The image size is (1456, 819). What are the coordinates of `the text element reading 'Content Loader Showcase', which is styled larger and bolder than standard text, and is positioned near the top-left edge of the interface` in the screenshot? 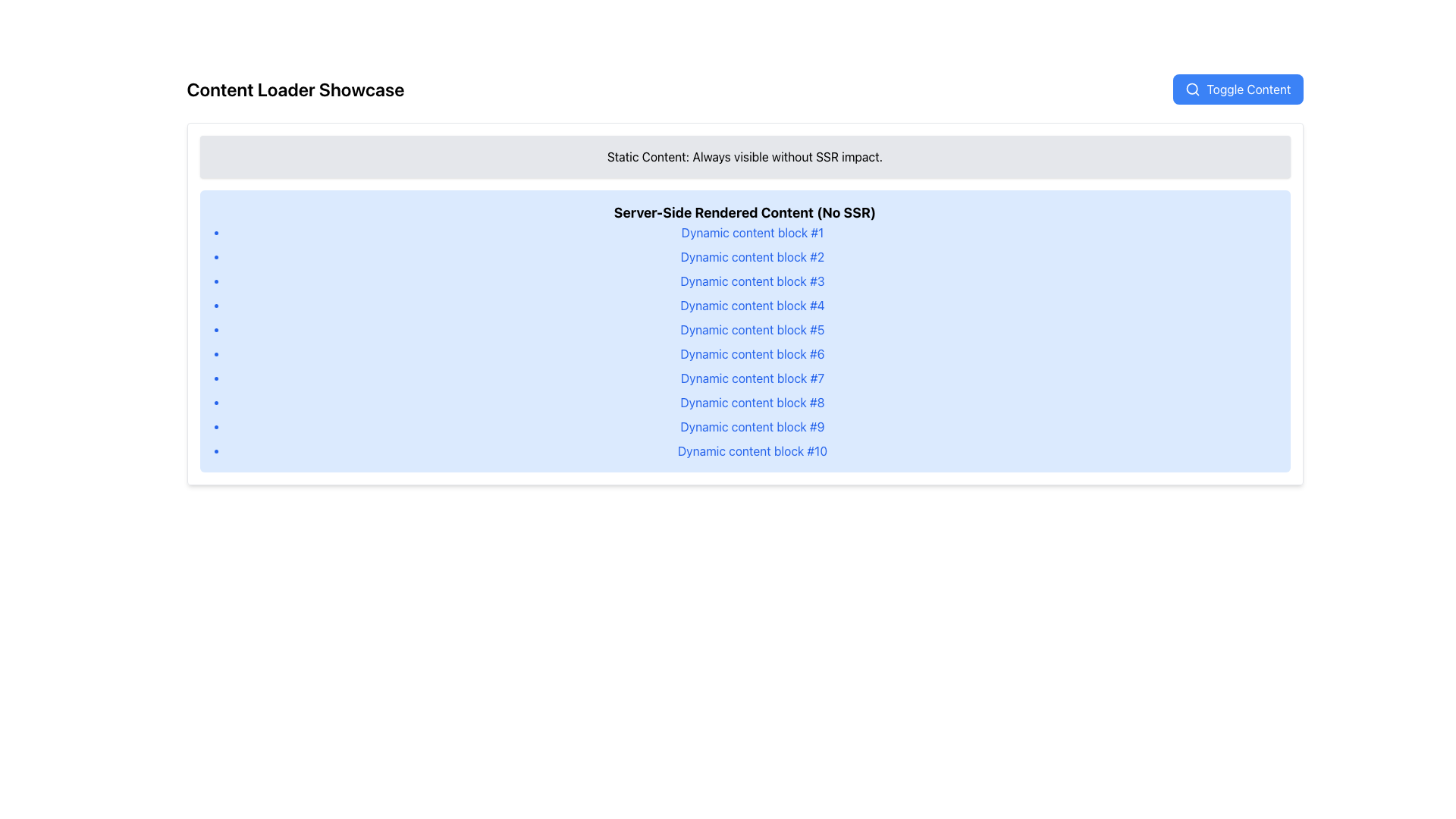 It's located at (295, 89).